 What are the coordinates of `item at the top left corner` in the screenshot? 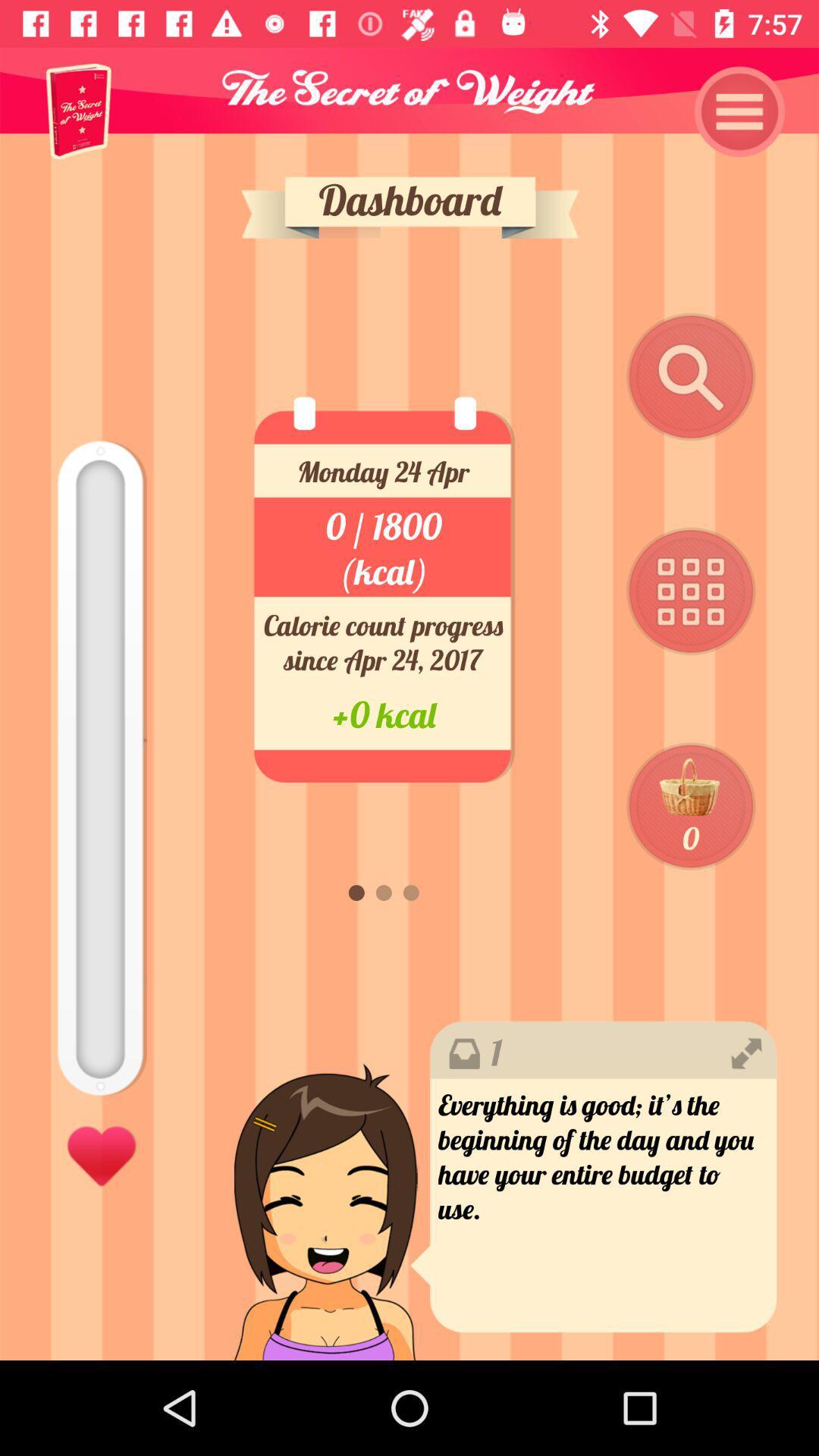 It's located at (79, 111).